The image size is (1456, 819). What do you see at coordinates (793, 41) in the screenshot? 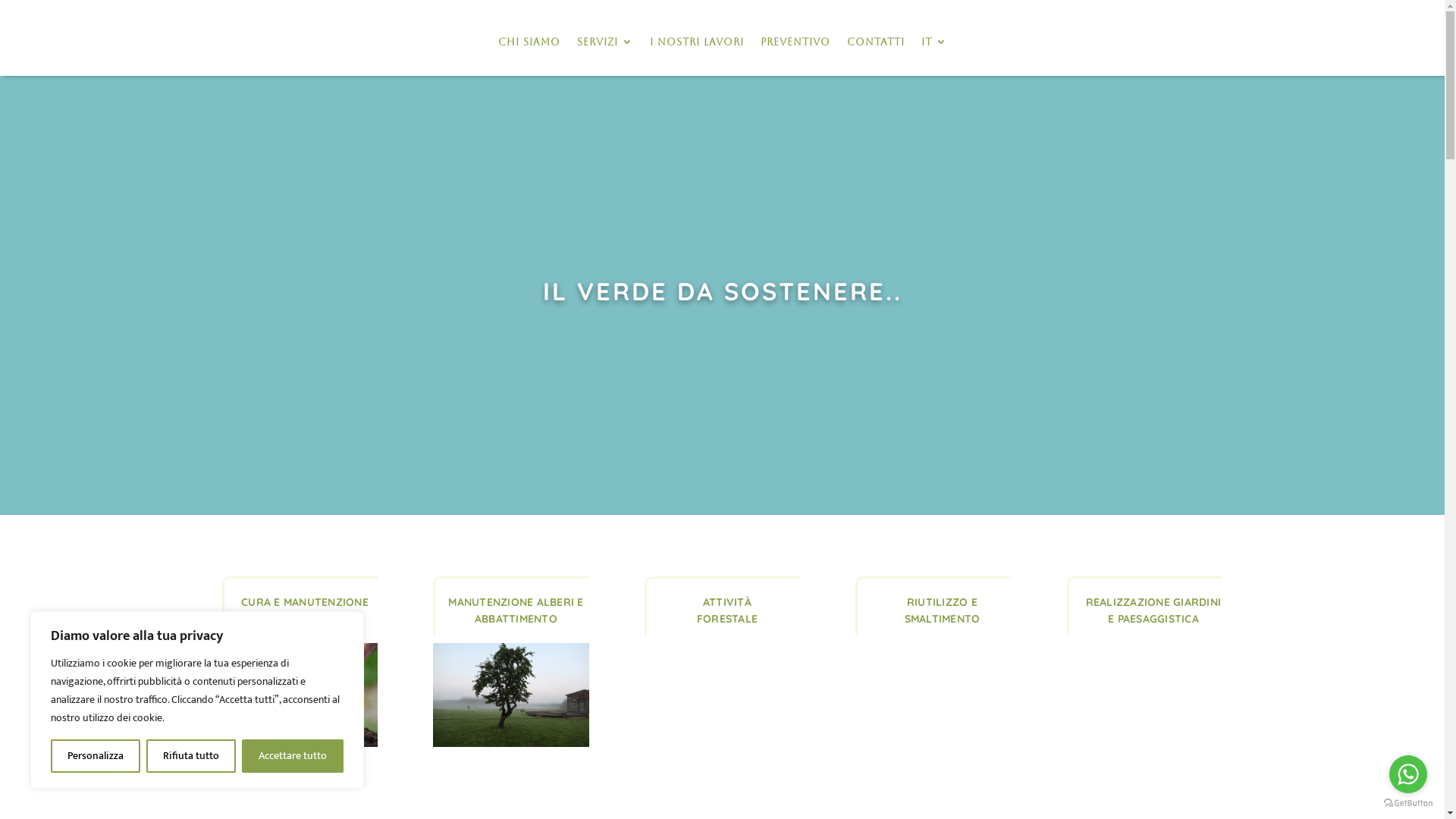
I see `'PREVENTIVO'` at bounding box center [793, 41].